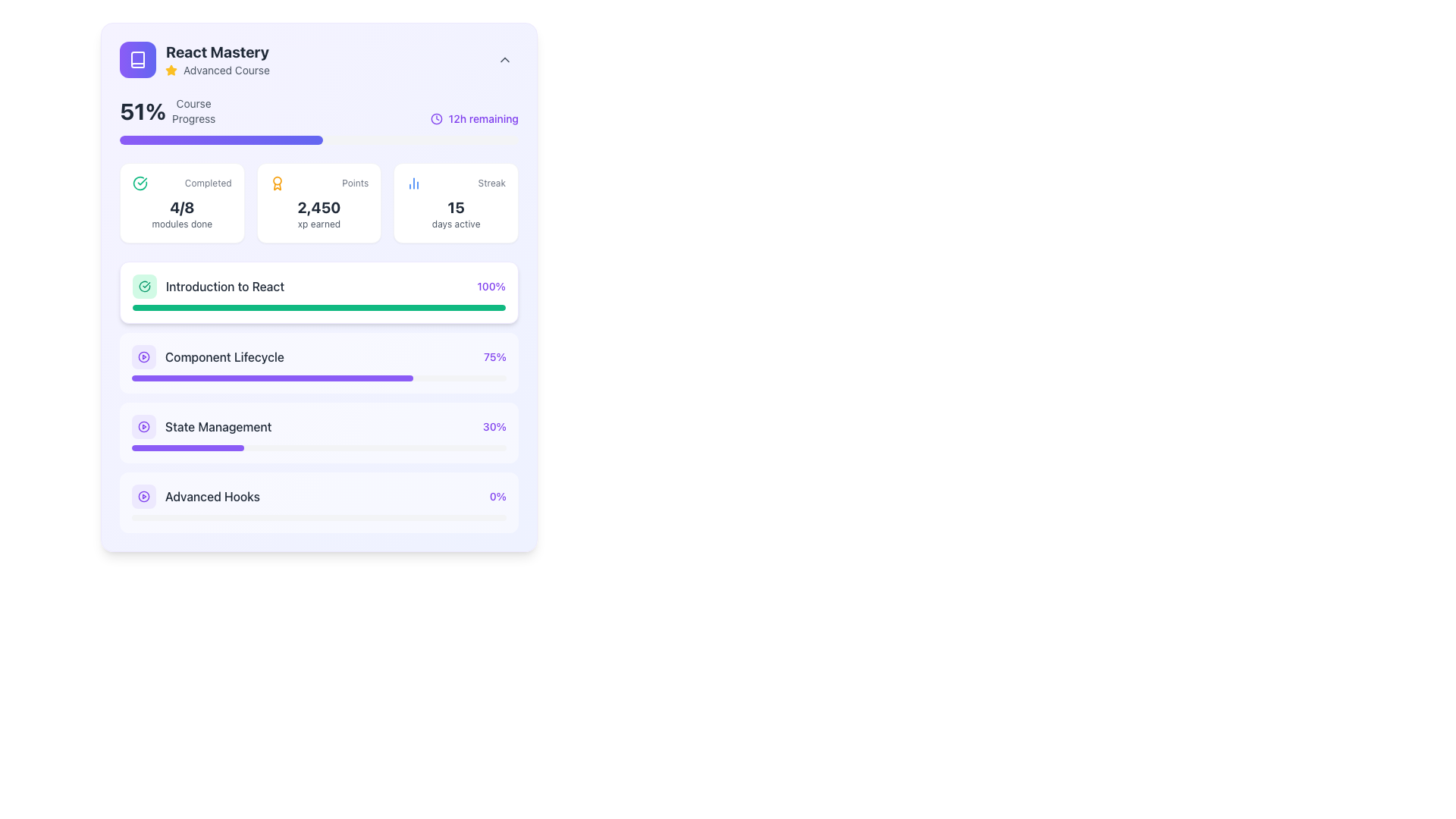 Image resolution: width=1456 pixels, height=819 pixels. What do you see at coordinates (171, 70) in the screenshot?
I see `the star icon located near the top of the interface, to the right of the main title 'React Mastery', which serves as a visual indicator of importance` at bounding box center [171, 70].